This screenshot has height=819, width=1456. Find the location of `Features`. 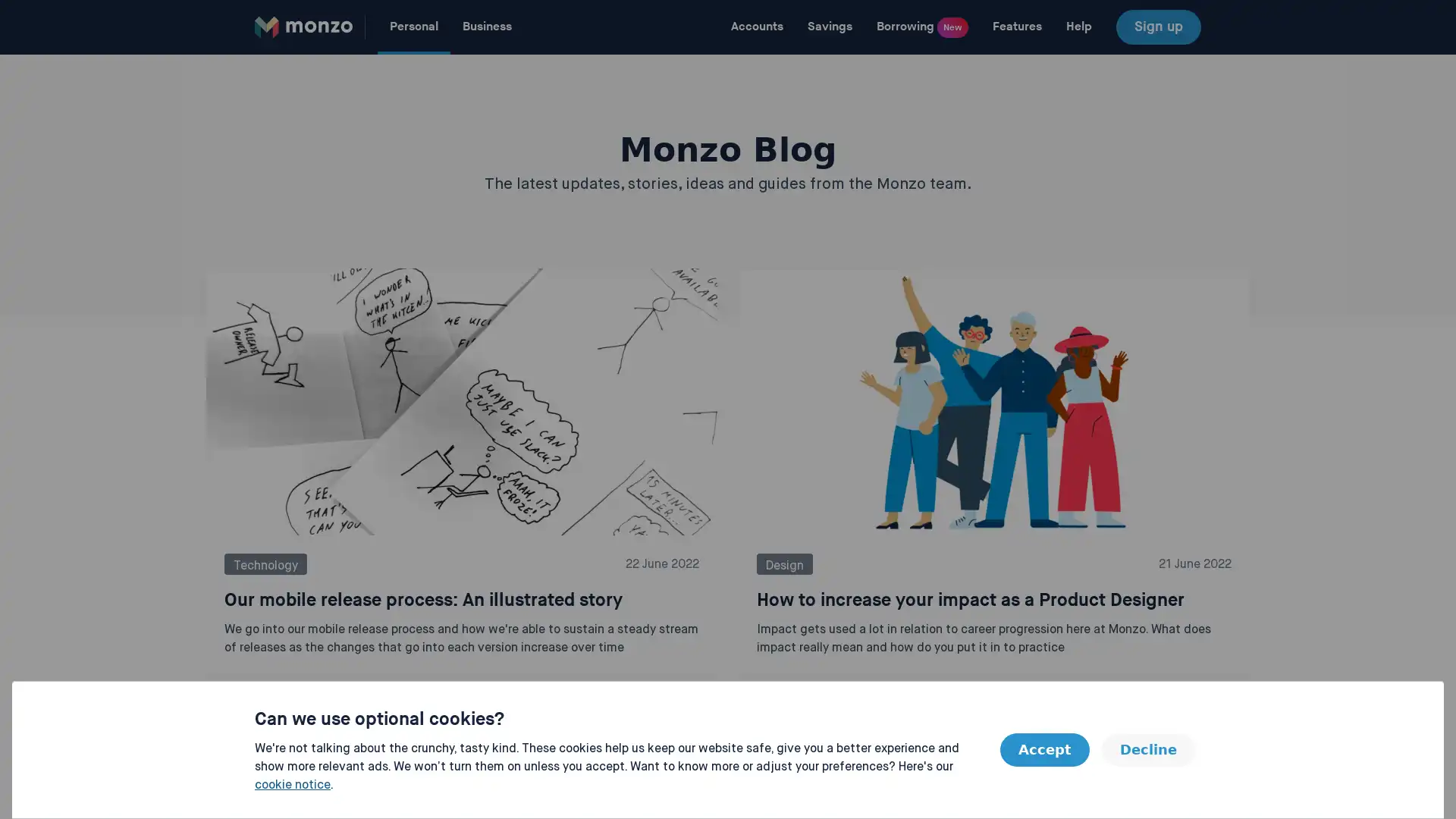

Features is located at coordinates (1017, 27).